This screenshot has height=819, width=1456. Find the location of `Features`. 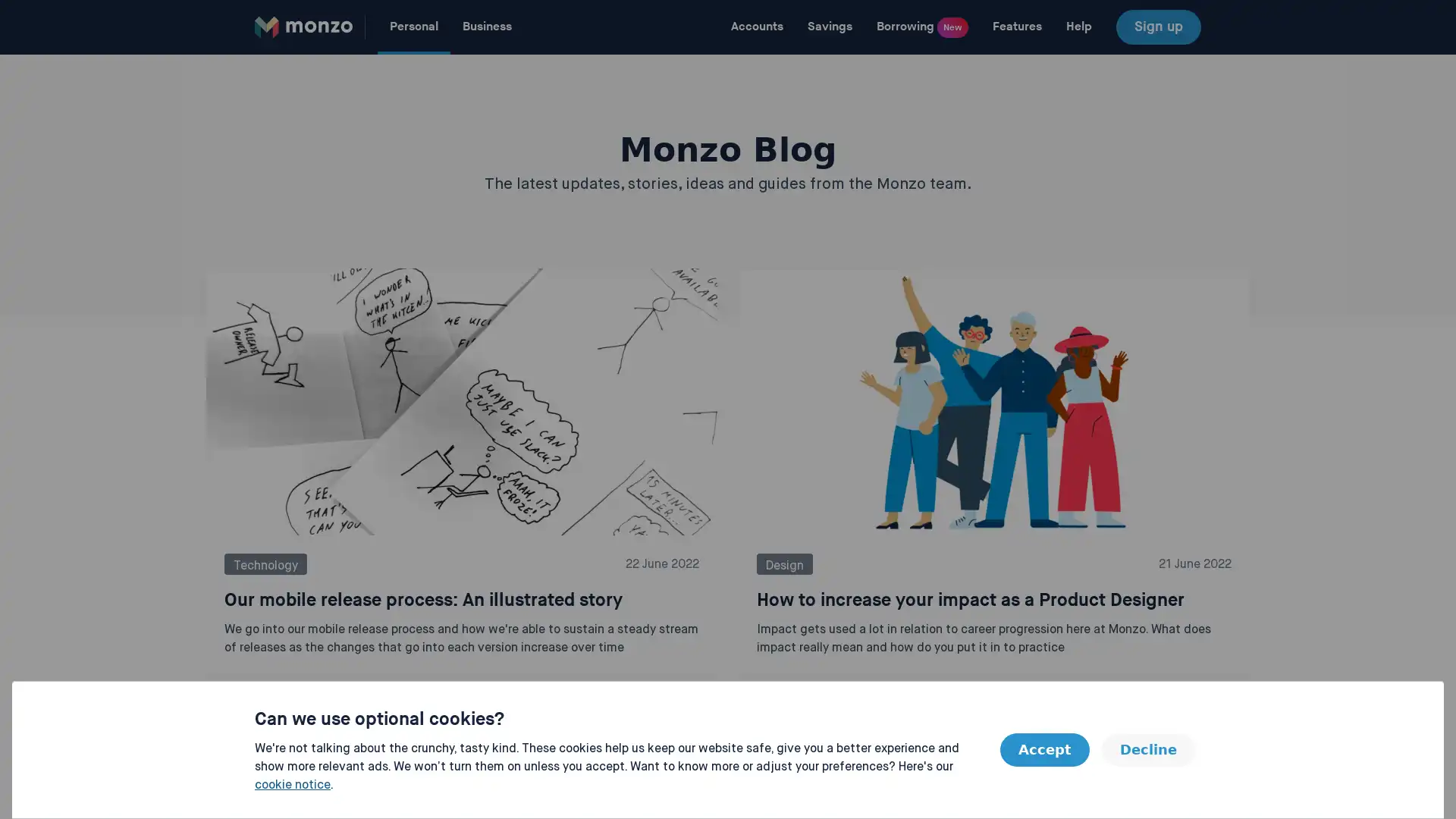

Features is located at coordinates (1017, 27).